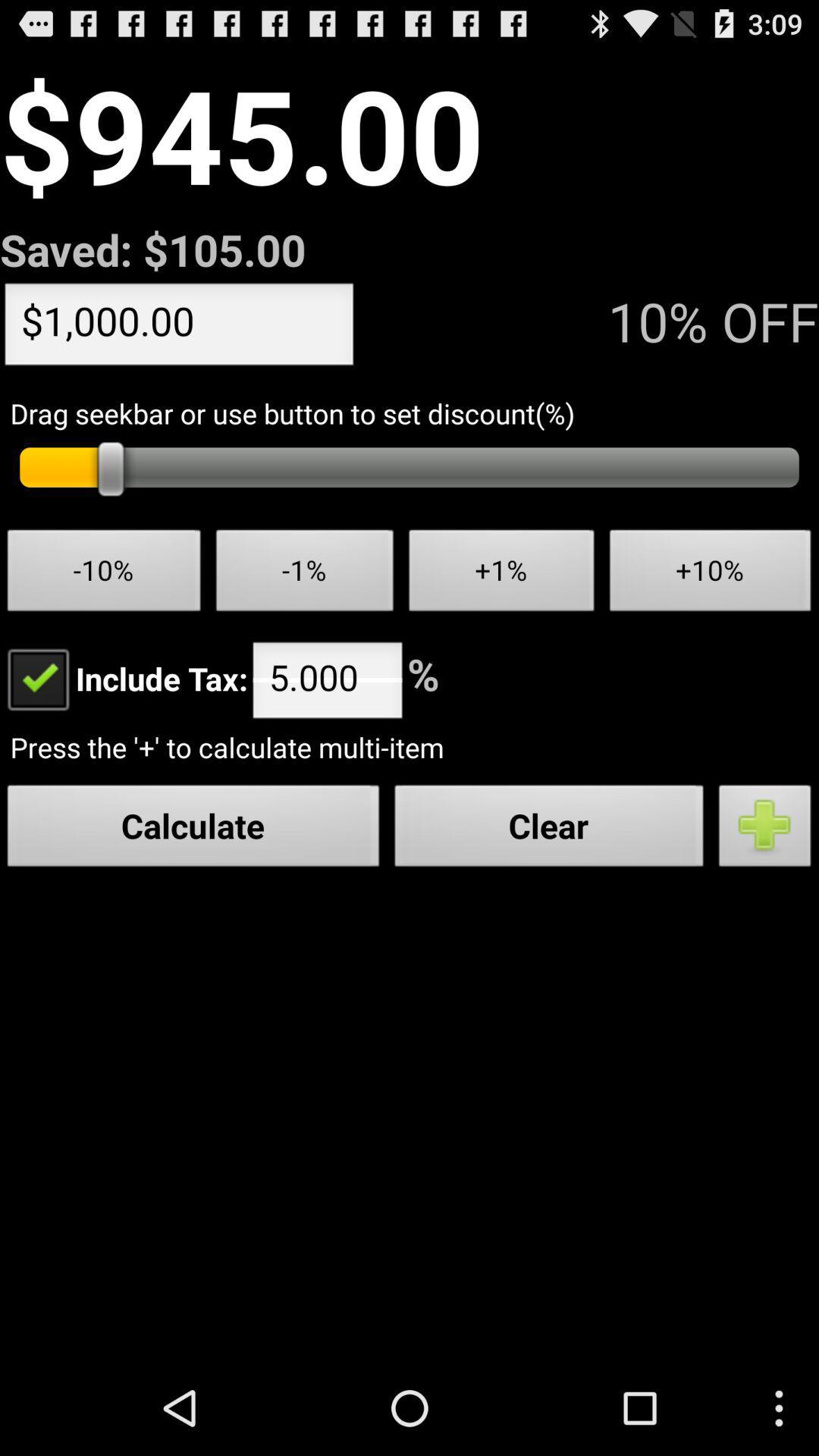 The height and width of the screenshot is (1456, 819). I want to click on the add icon, so click(765, 888).